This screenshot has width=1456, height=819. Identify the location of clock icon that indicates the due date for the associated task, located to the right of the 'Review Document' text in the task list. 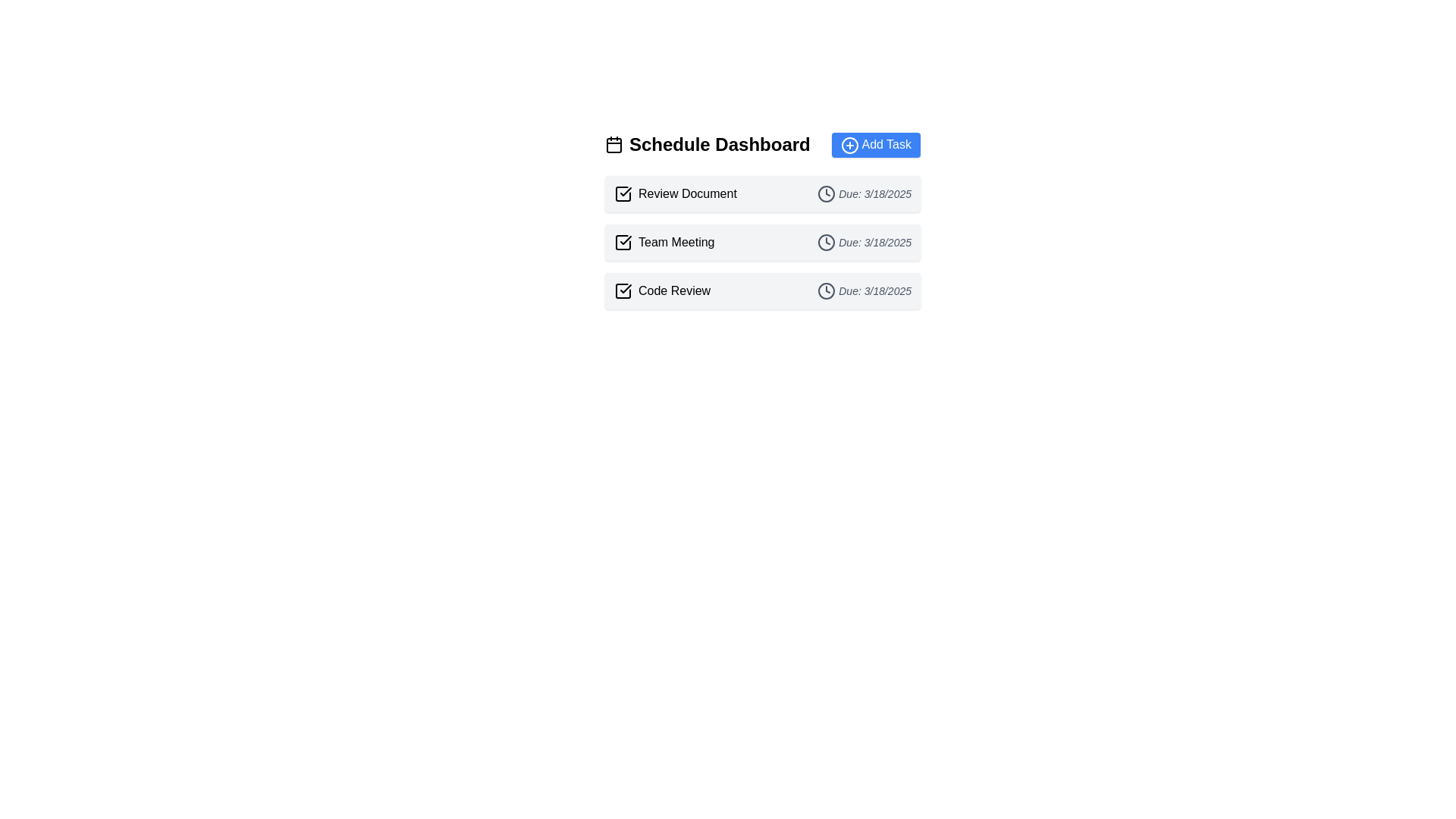
(826, 193).